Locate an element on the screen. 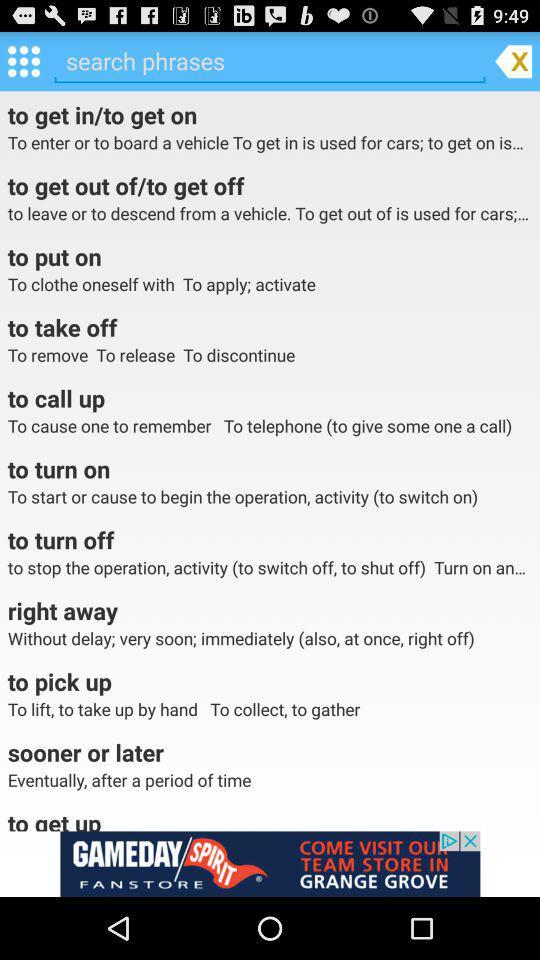 The width and height of the screenshot is (540, 960). begin a search is located at coordinates (270, 61).